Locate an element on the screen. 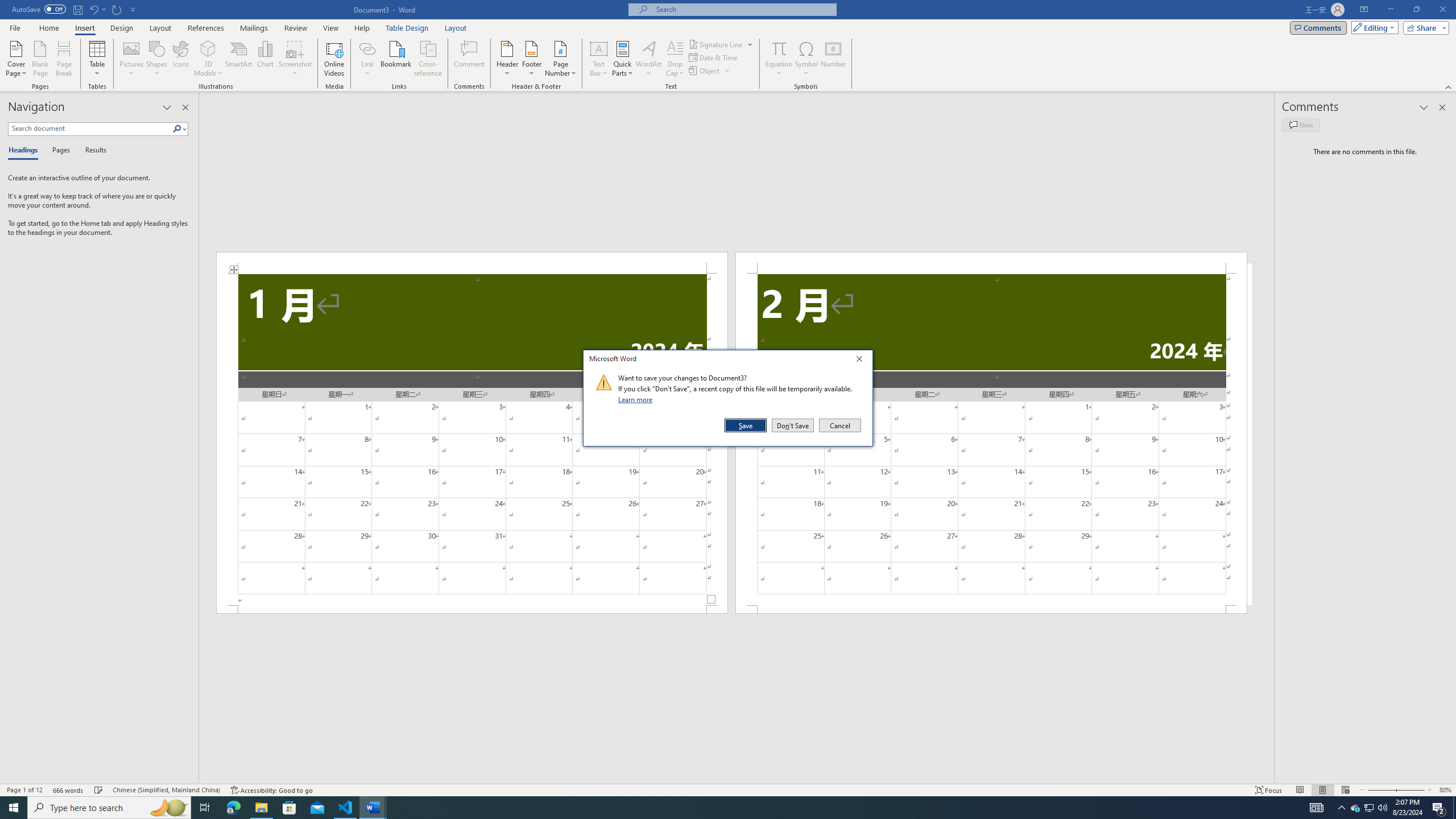 This screenshot has width=1456, height=819. 'Microsoft Edge' is located at coordinates (233, 806).